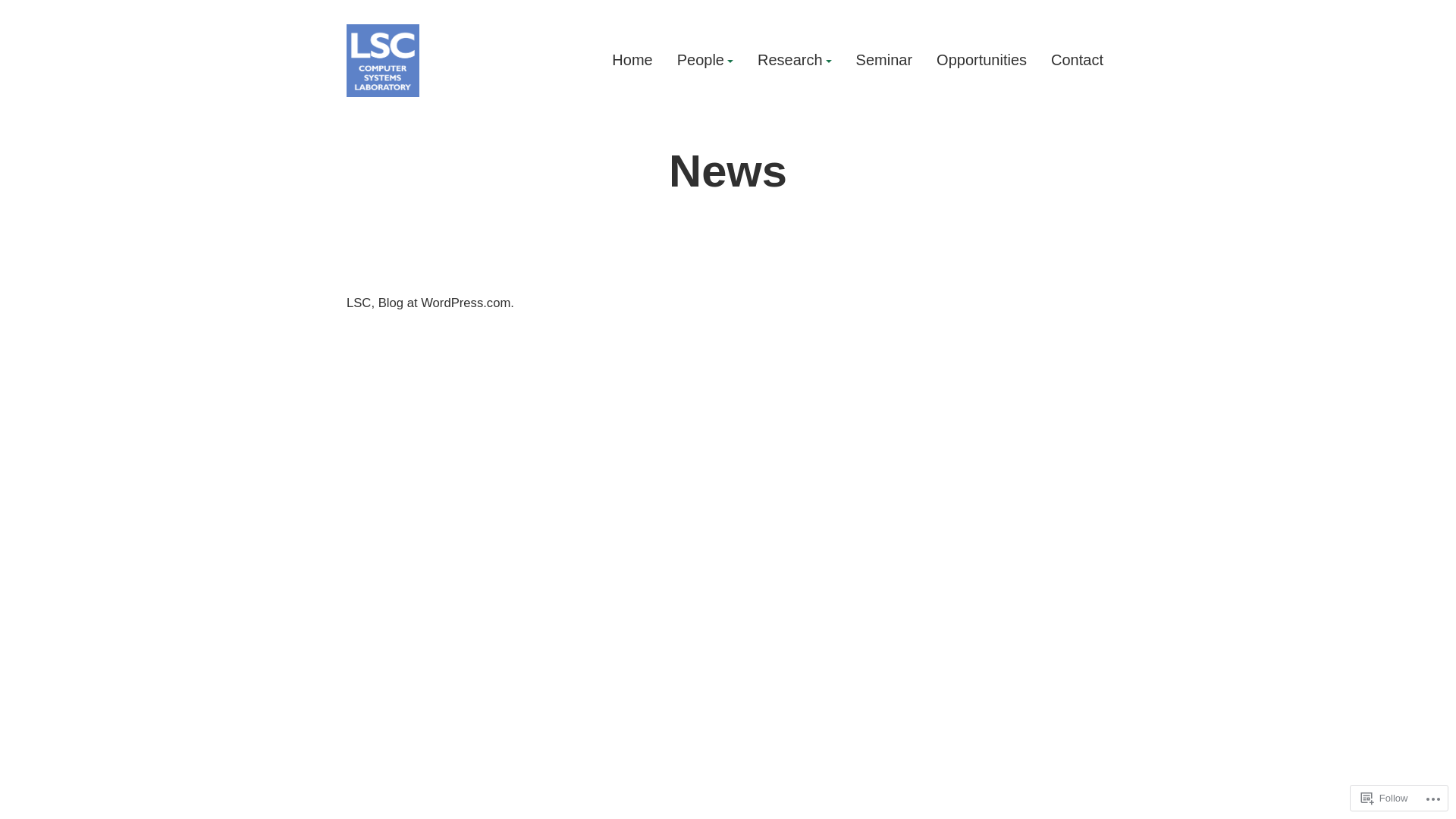 The width and height of the screenshot is (1456, 819). What do you see at coordinates (378, 303) in the screenshot?
I see `'Blog at WordPress.com.'` at bounding box center [378, 303].